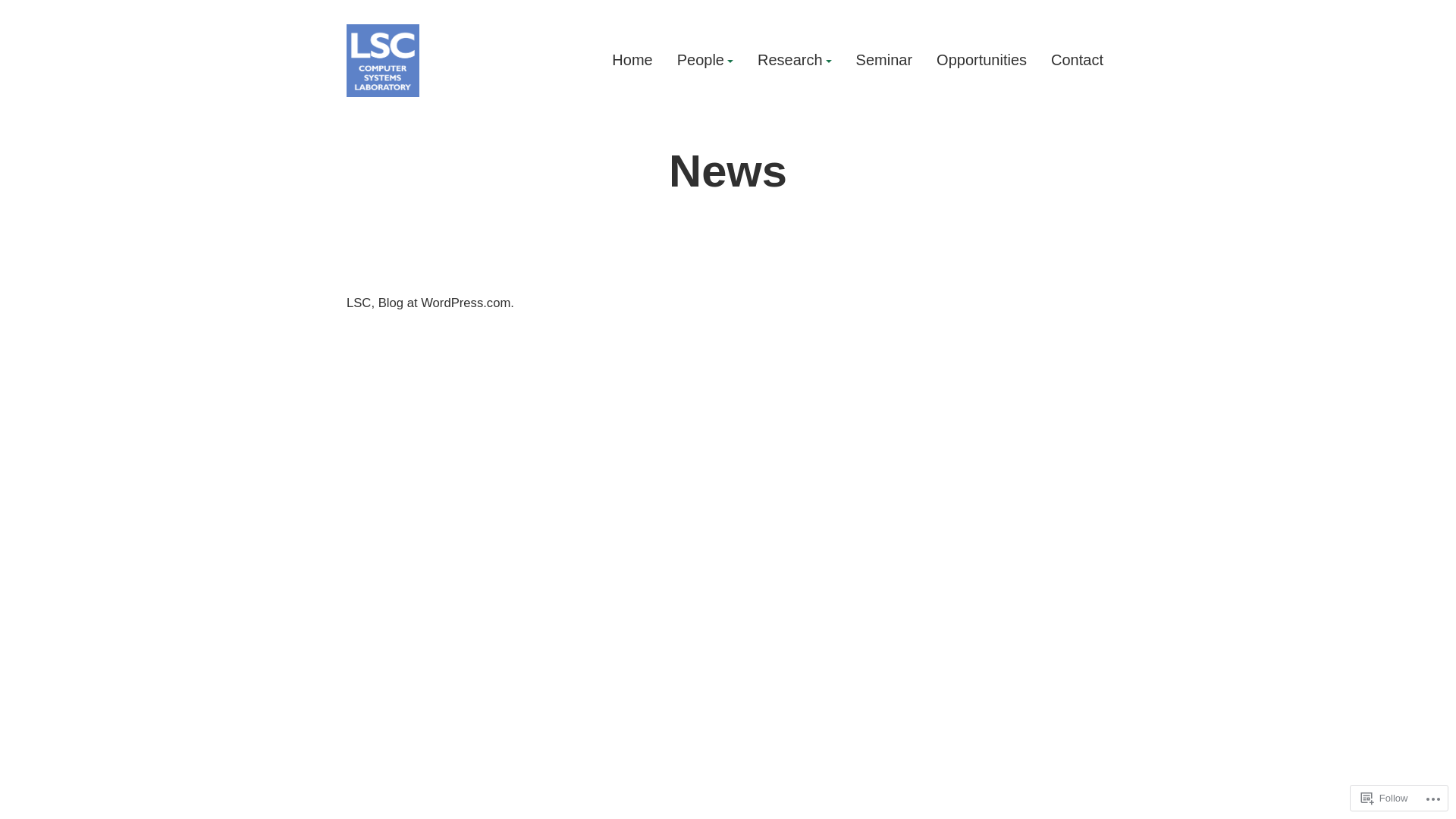 The width and height of the screenshot is (1456, 819). What do you see at coordinates (378, 303) in the screenshot?
I see `'Blog at WordPress.com.'` at bounding box center [378, 303].